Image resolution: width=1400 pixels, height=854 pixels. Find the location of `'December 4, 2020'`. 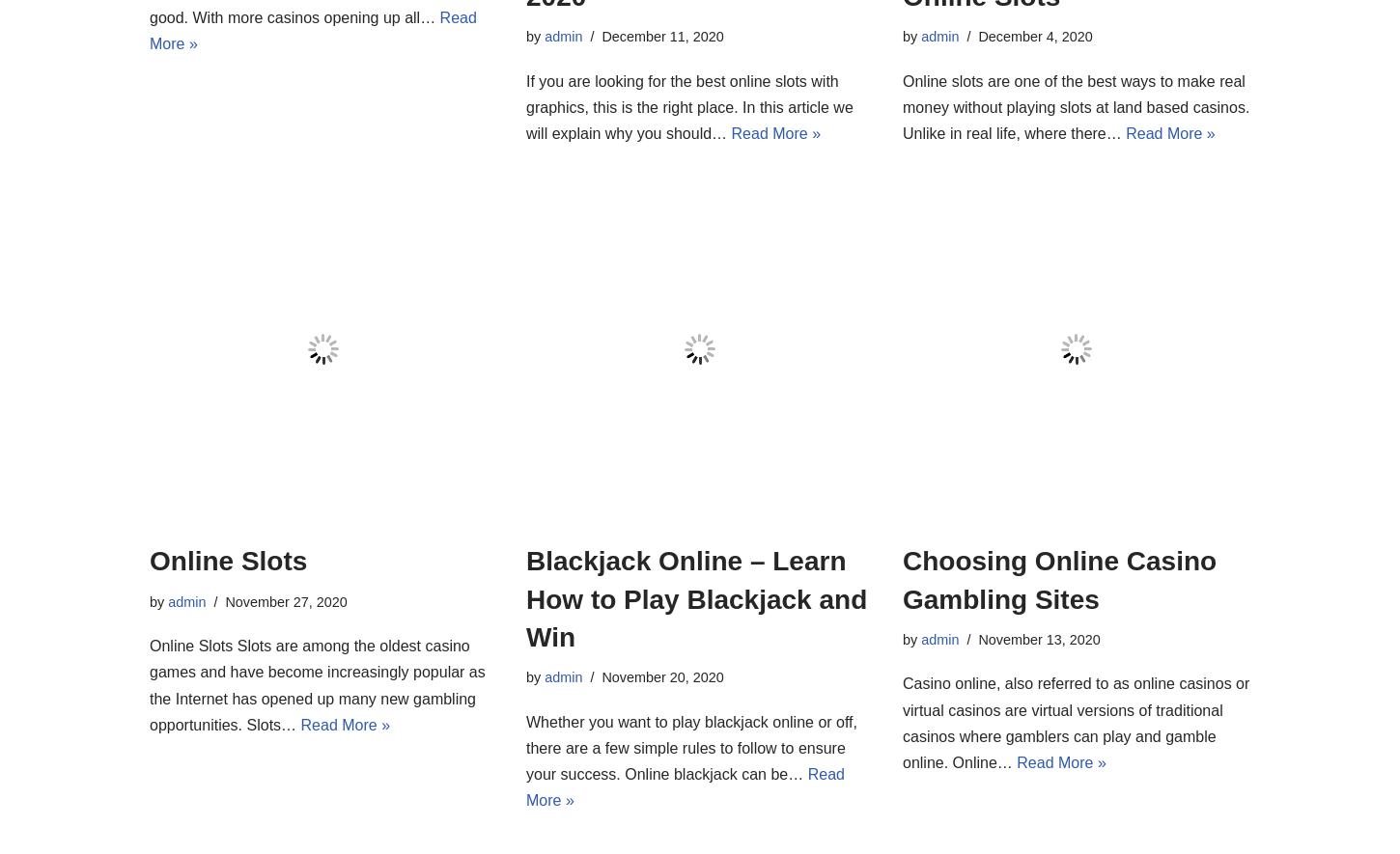

'December 4, 2020' is located at coordinates (1034, 36).